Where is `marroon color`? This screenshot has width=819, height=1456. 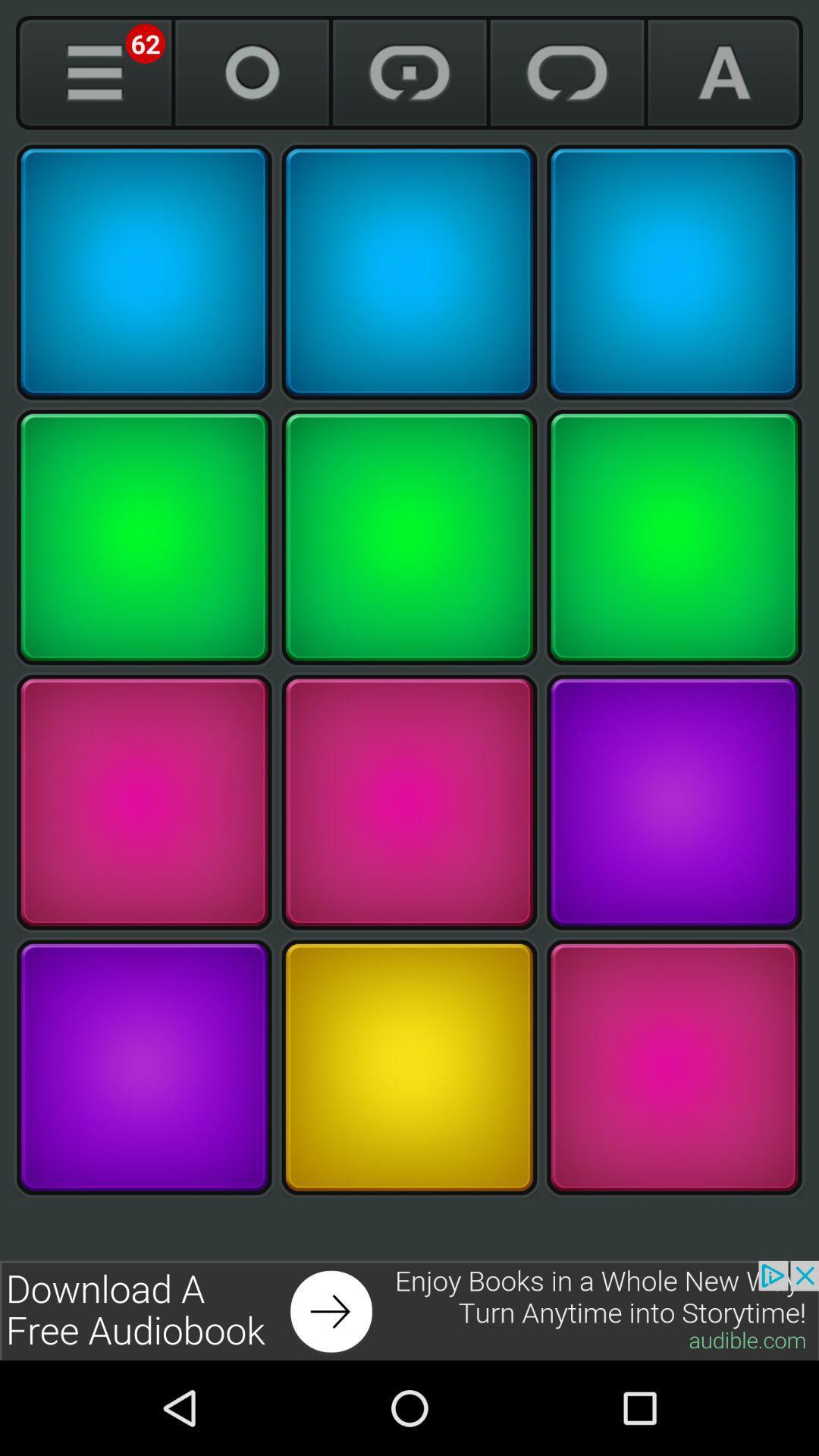
marroon color is located at coordinates (409, 802).